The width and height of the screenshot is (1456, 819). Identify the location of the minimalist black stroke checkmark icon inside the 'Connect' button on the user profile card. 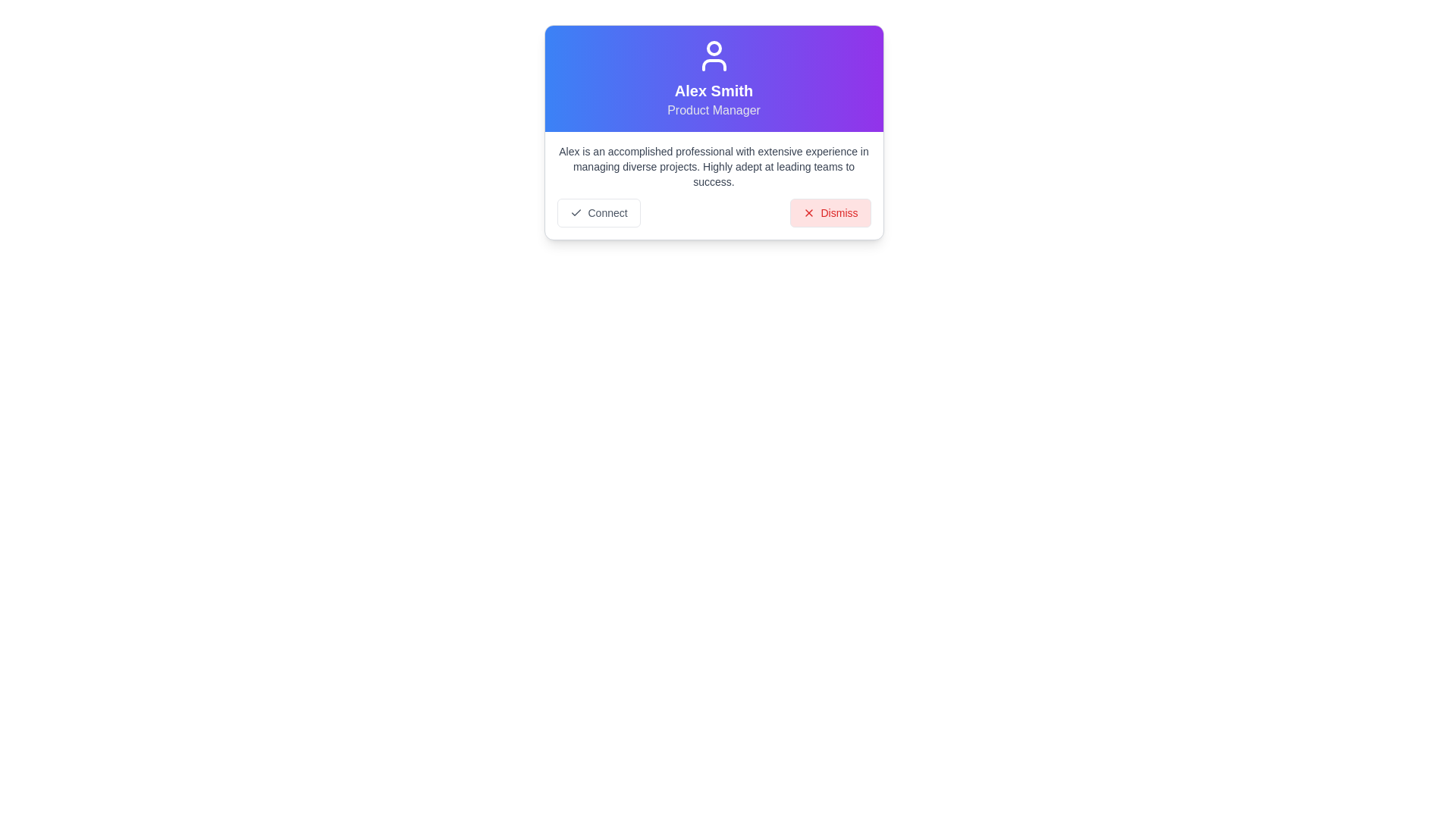
(575, 213).